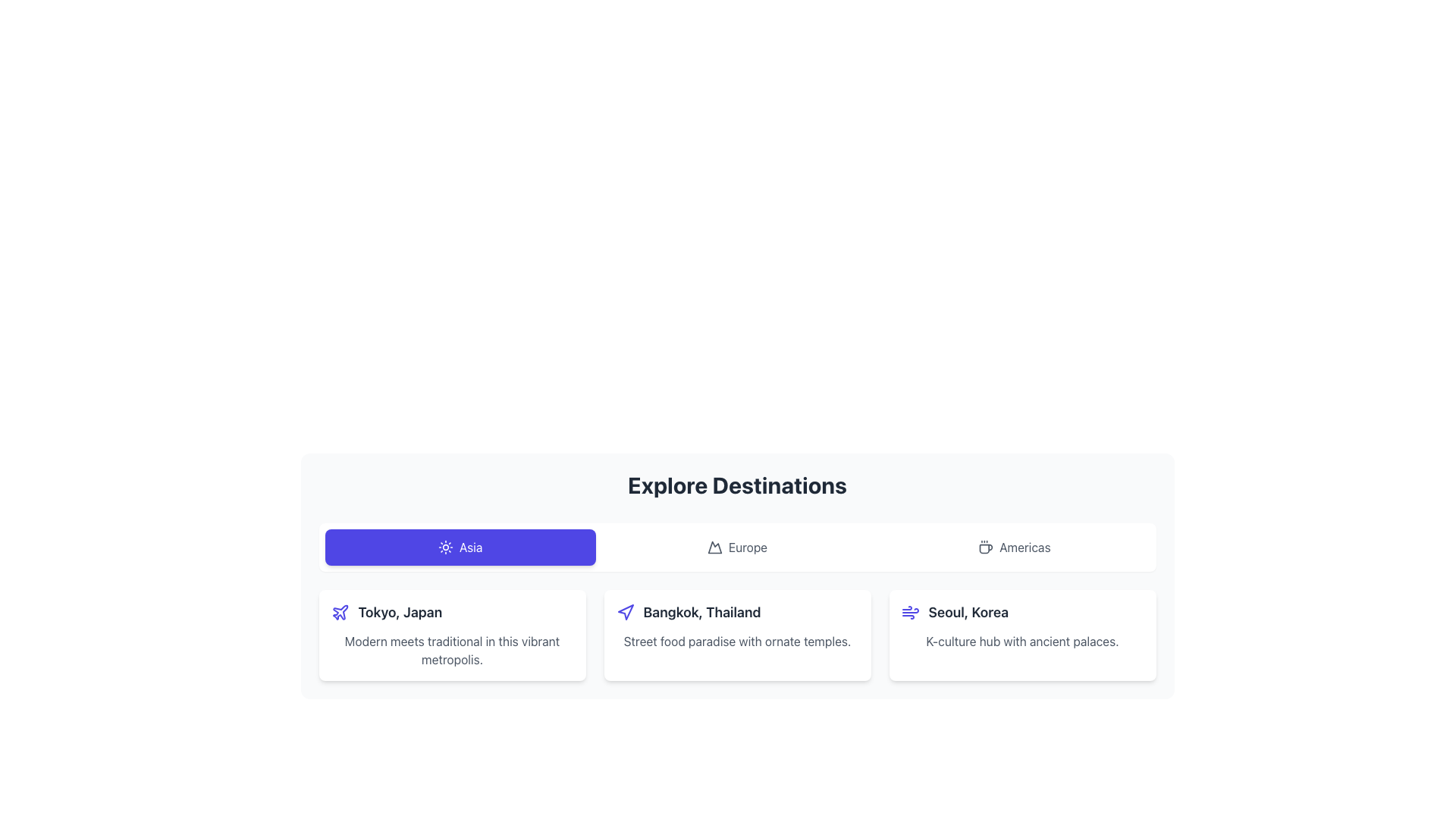  I want to click on the button representing the 'Americas' category to filter or navigate to content related to this geographical category, so click(1014, 547).